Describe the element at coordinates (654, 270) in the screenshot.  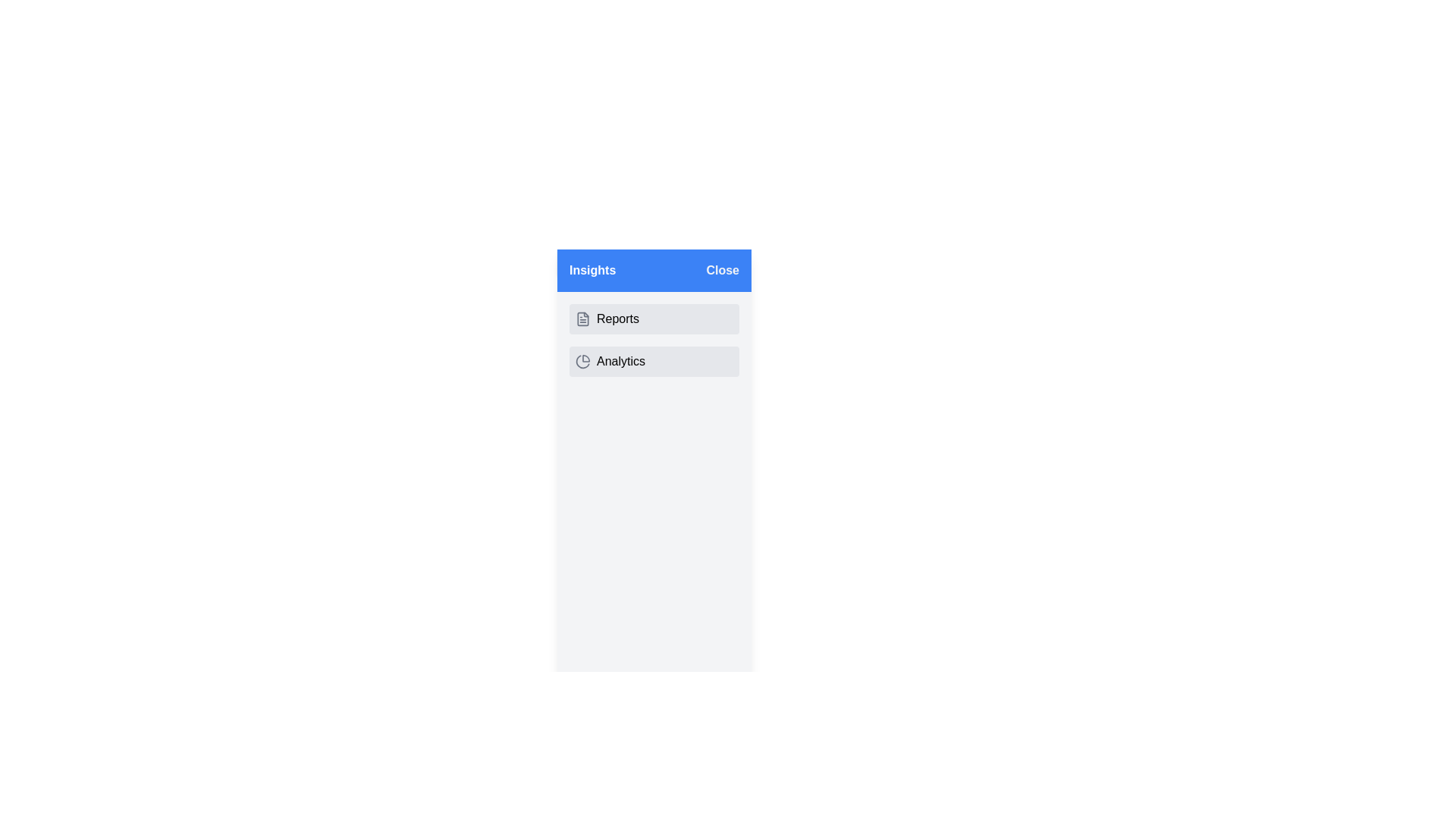
I see `the 'Insights' label on the Header bar of the side menu, which serves as a title for the section` at that location.